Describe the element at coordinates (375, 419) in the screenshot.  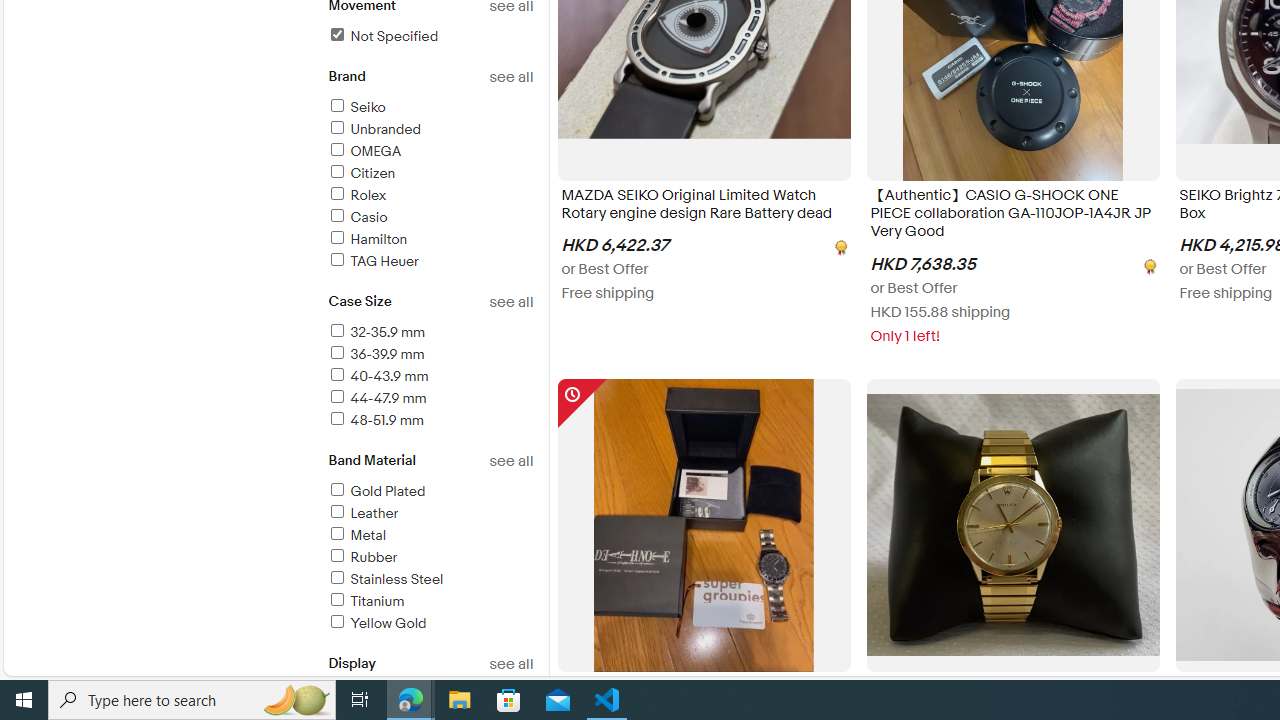
I see `'48-51.9 mm'` at that location.